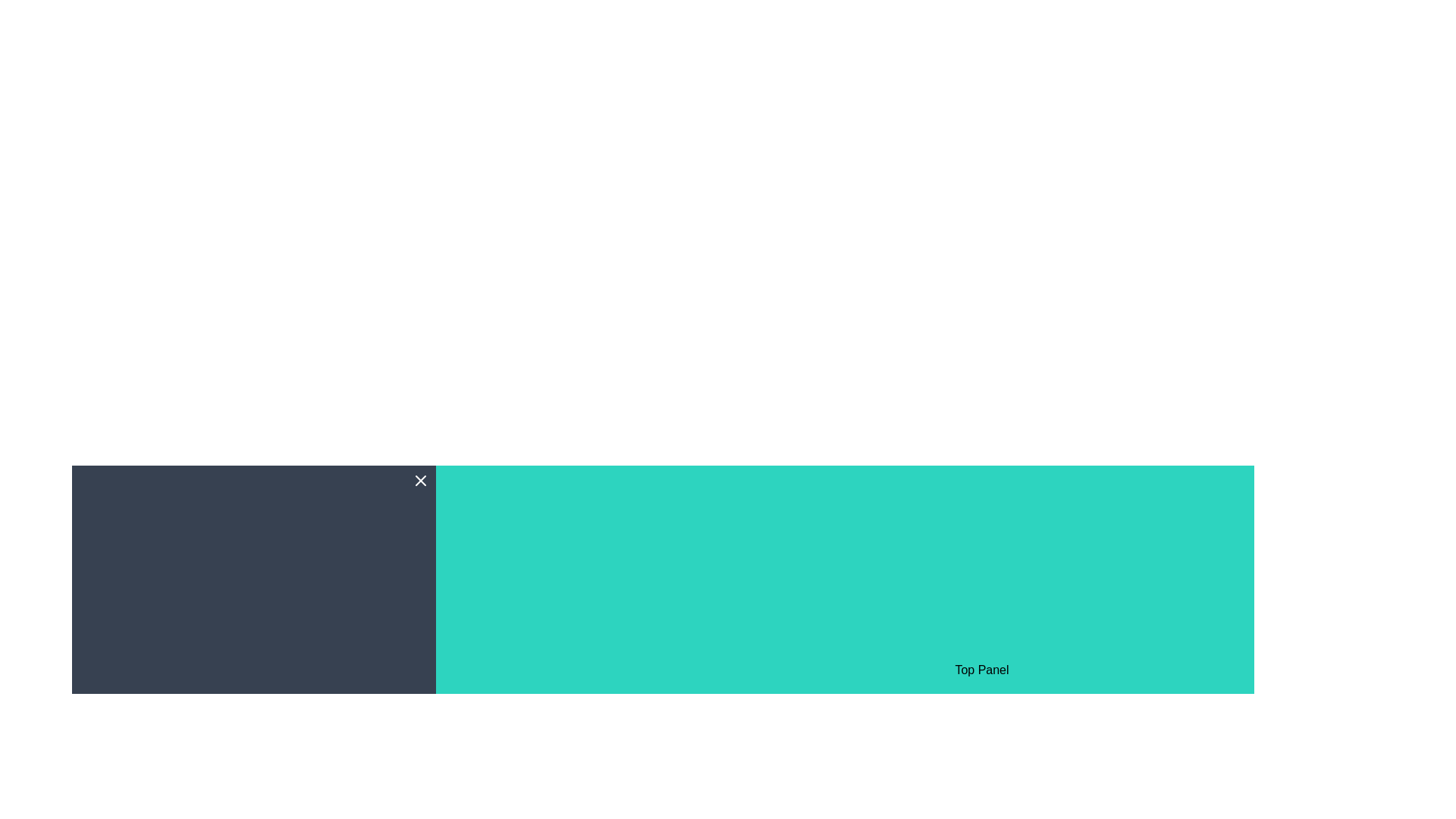  I want to click on the close icon button, which resembles an 'X' and is located in the upper-right corner of the 'Left Panel', so click(421, 480).